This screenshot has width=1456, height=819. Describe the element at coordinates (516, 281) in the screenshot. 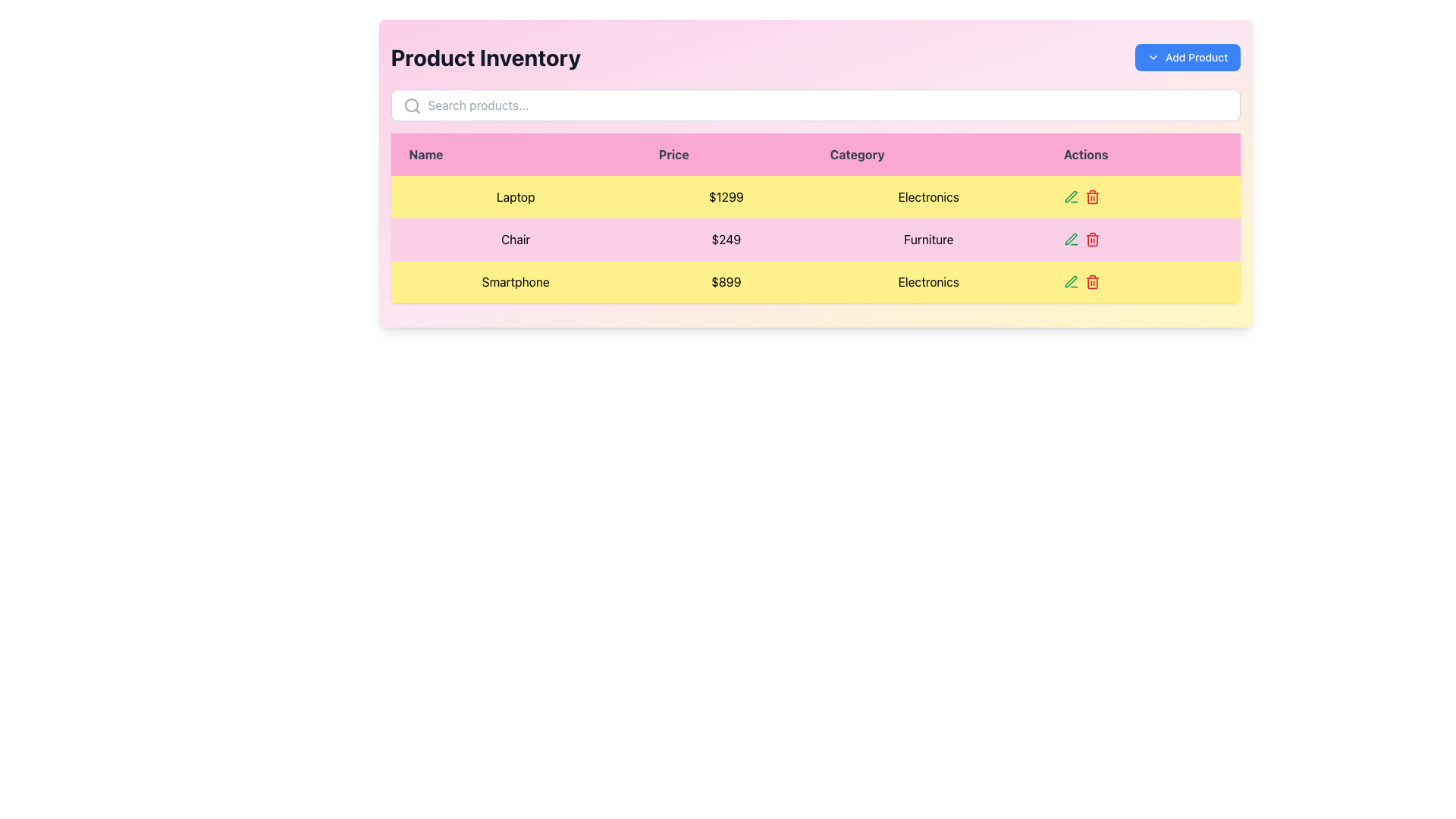

I see `the text label displaying 'Smartphone' in bold, located in the third row and first column of the table with a yellow background` at that location.